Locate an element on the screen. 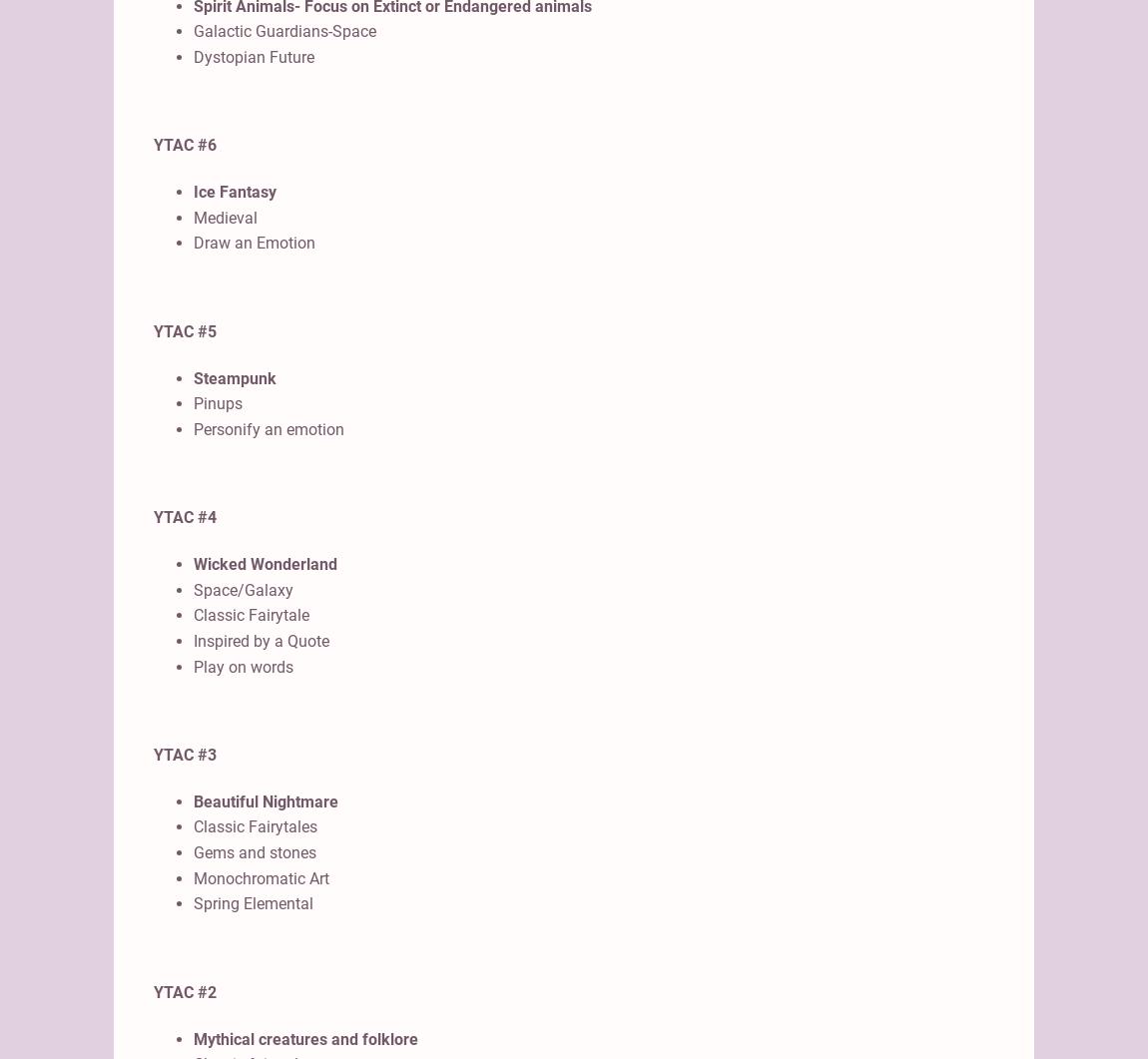  'Personify an emotion' is located at coordinates (193, 428).